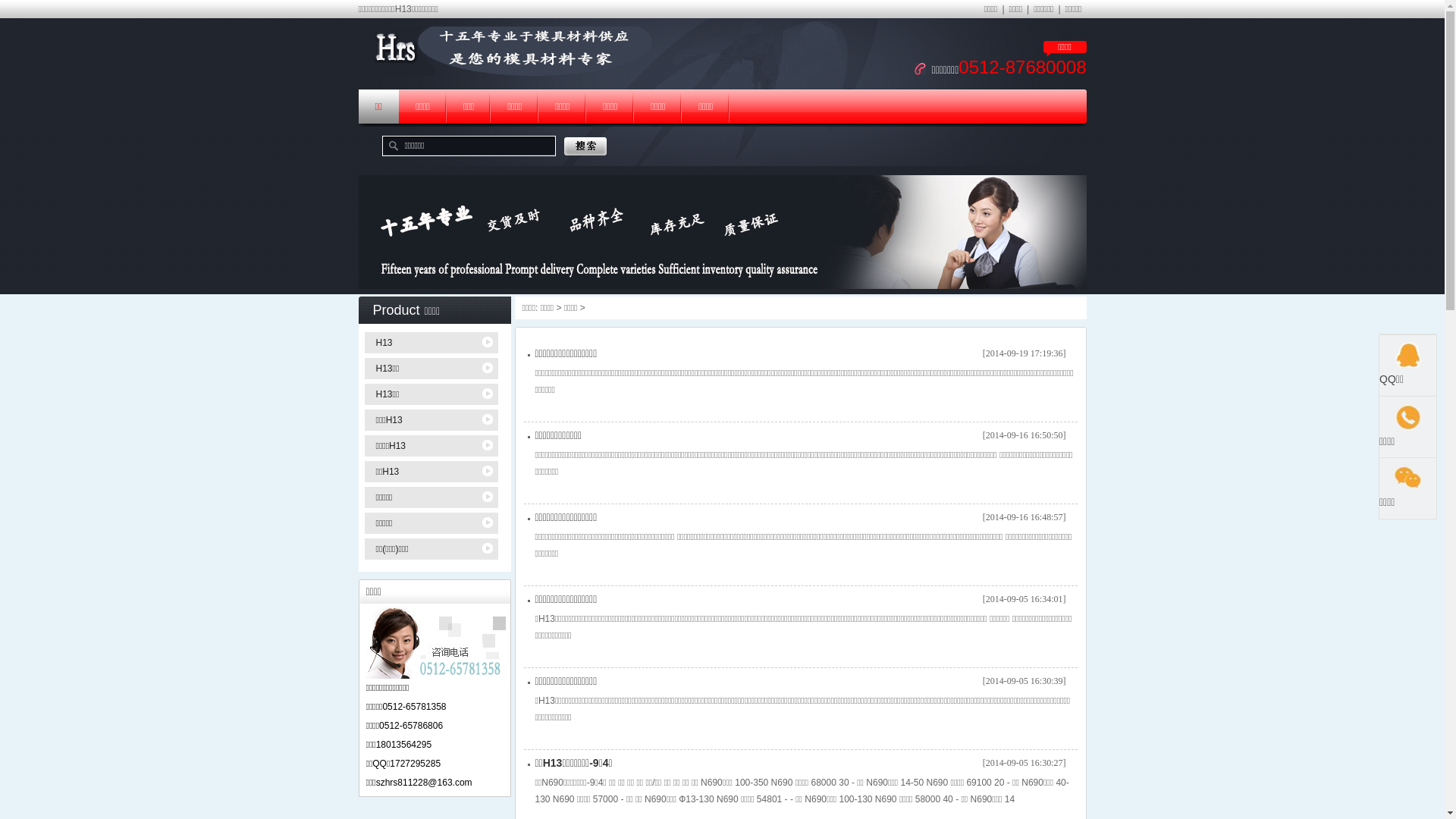 This screenshot has height=819, width=1456. I want to click on 'H13', so click(433, 342).